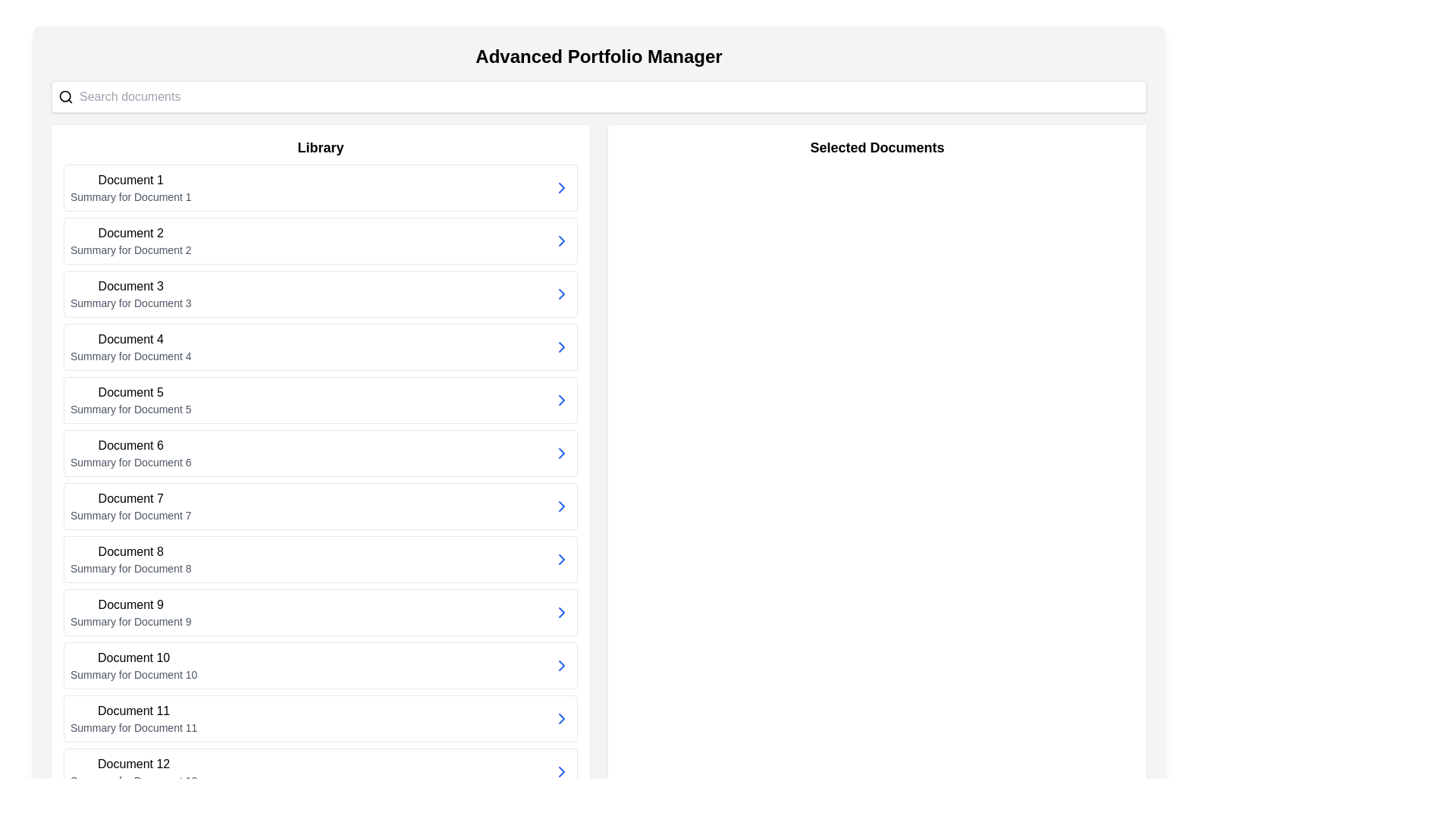  What do you see at coordinates (130, 287) in the screenshot?
I see `the text label titled 'Document 3', which serves as the header for its associated content in the Library section` at bounding box center [130, 287].